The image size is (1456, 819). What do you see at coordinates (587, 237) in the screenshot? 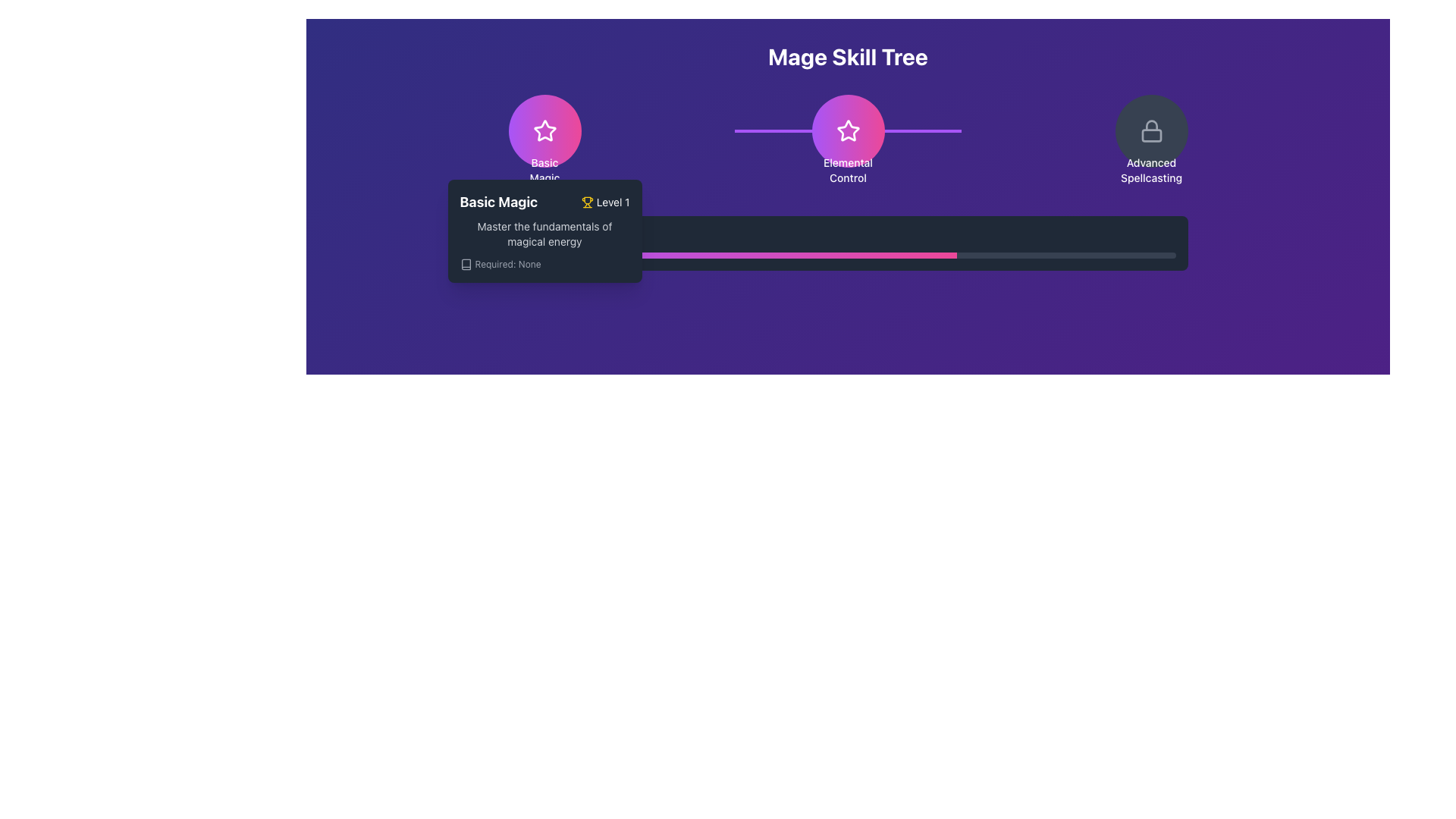
I see `text content of the descriptive label positioned horizontally centered next to the icon` at bounding box center [587, 237].